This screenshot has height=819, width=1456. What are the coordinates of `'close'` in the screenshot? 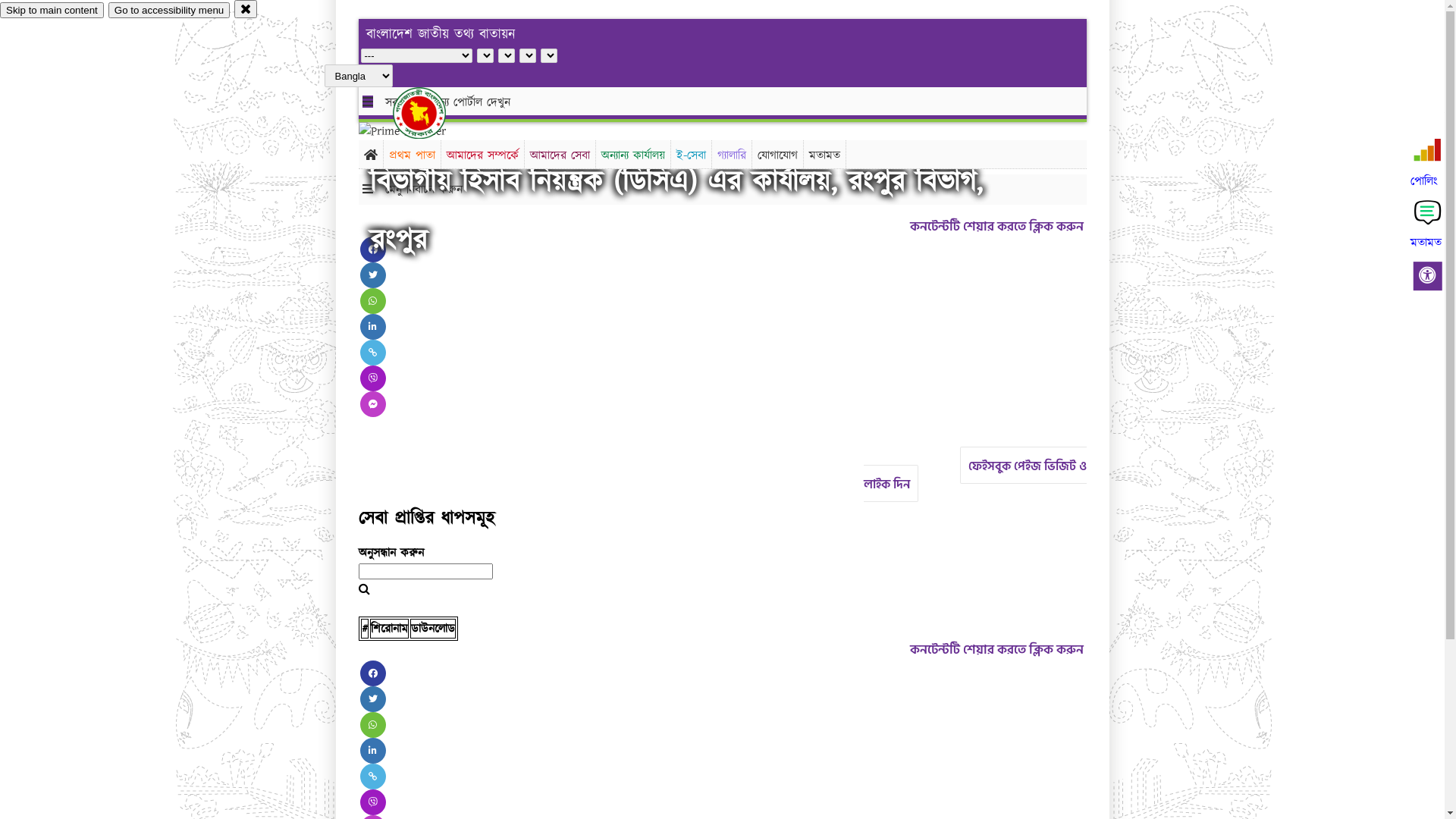 It's located at (246, 8).